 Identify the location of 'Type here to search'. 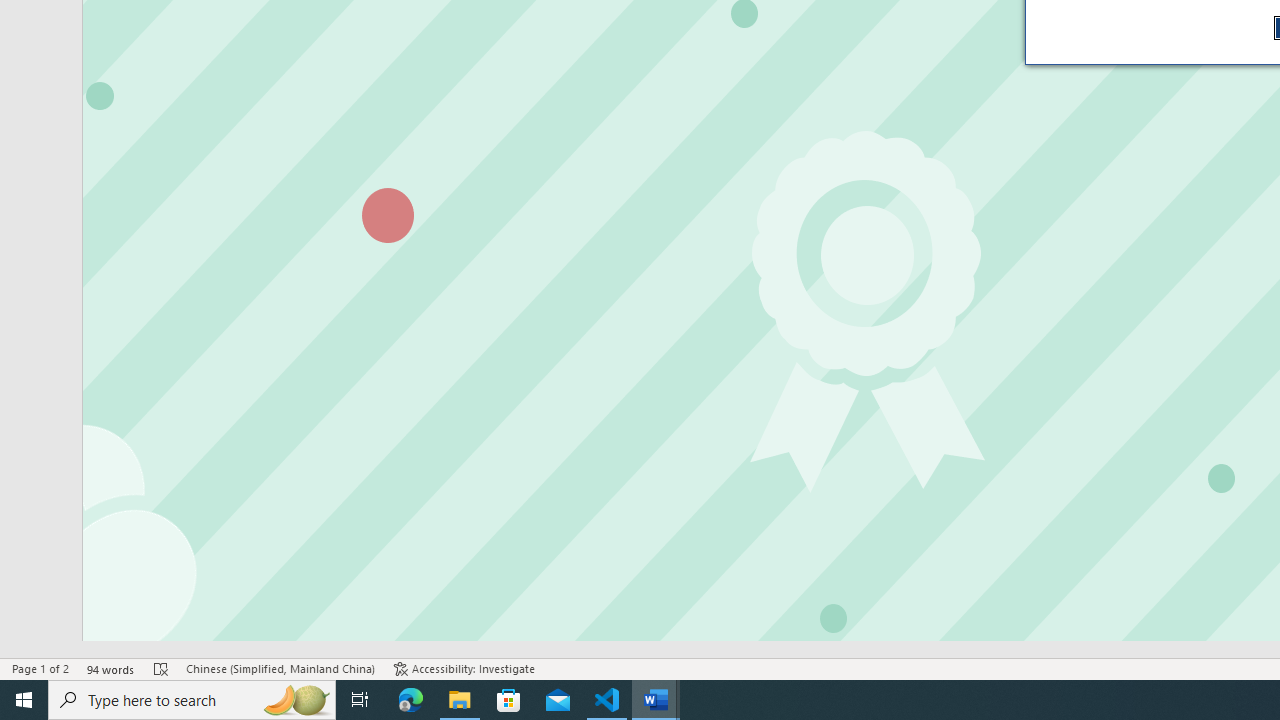
(192, 698).